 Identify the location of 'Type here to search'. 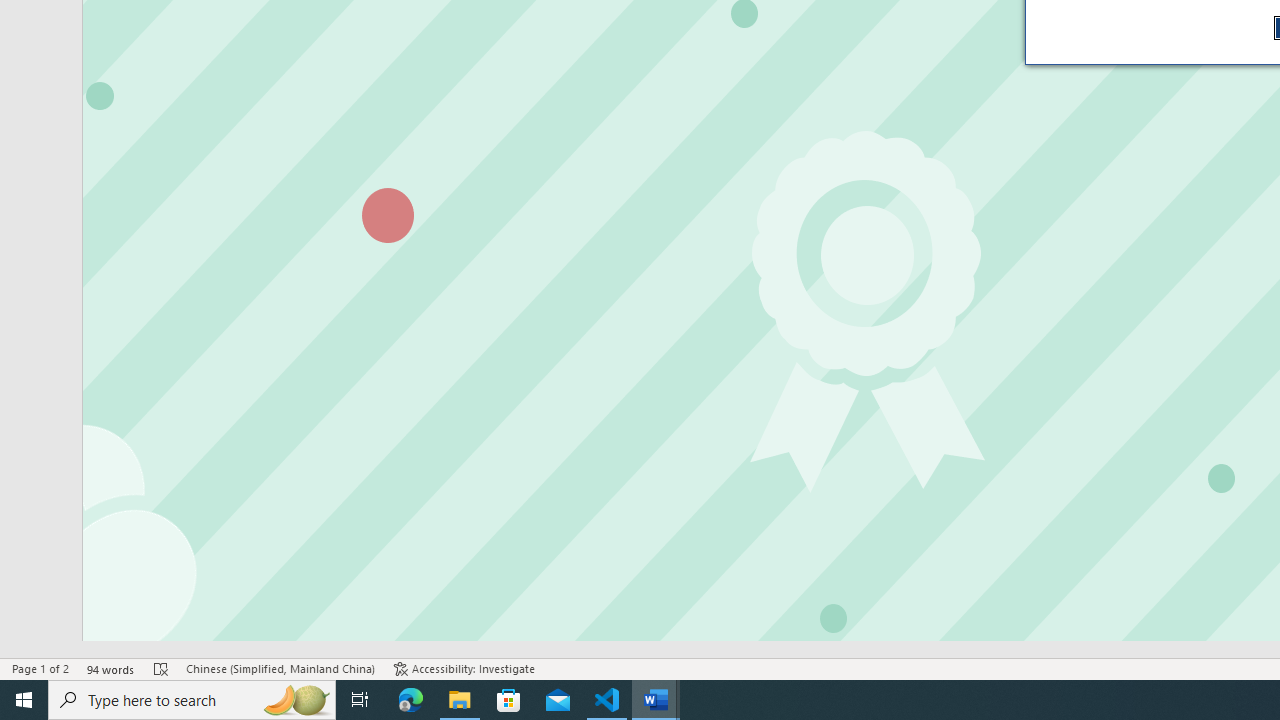
(192, 698).